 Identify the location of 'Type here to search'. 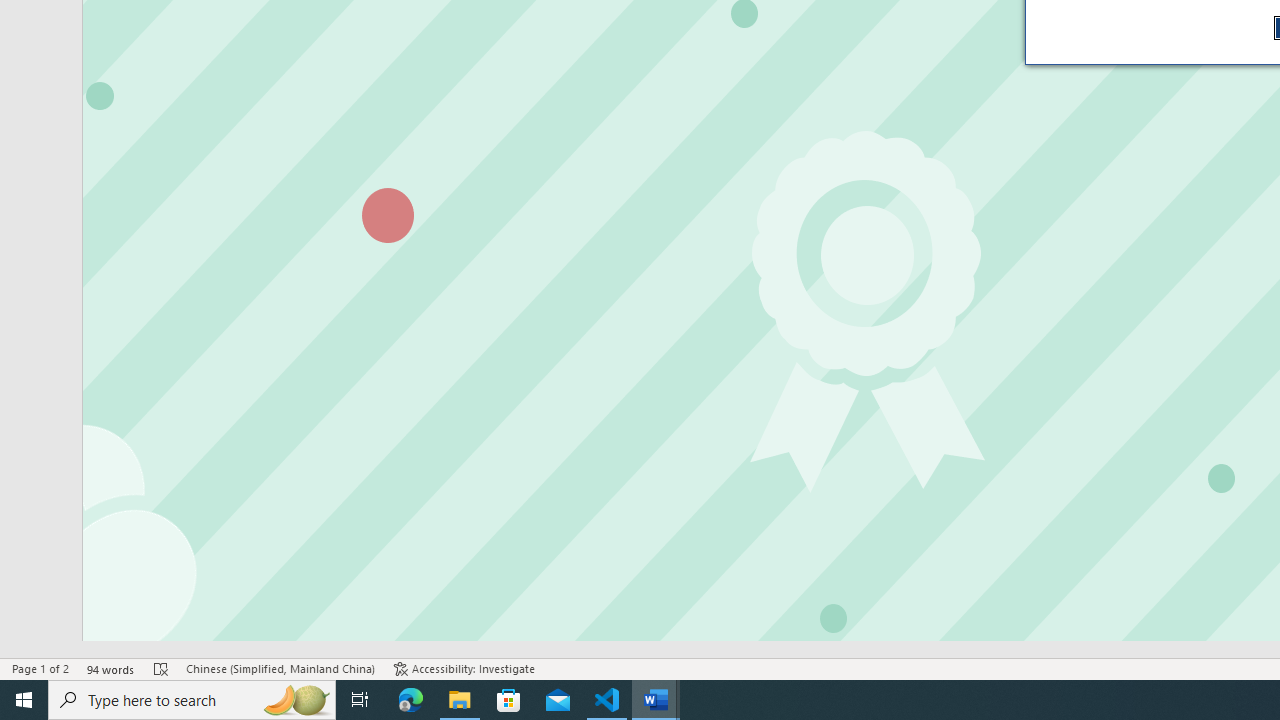
(192, 698).